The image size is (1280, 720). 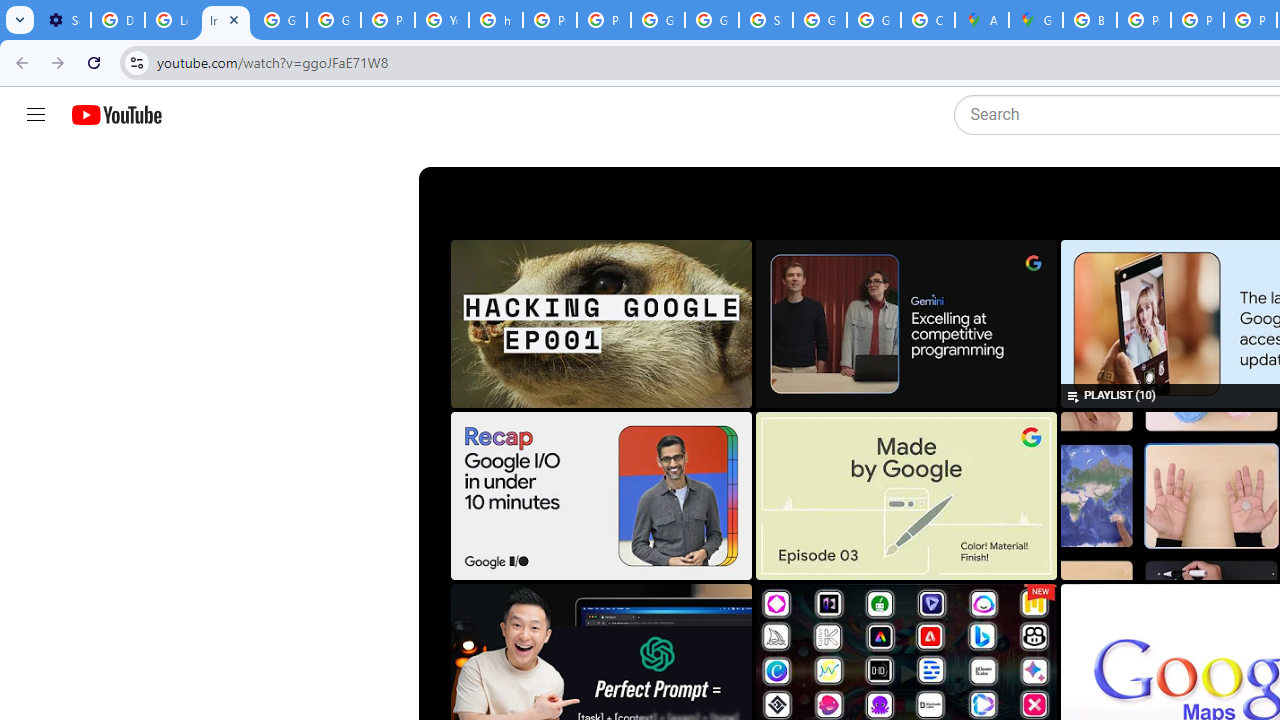 I want to click on 'Google Account Help', so click(x=279, y=20).